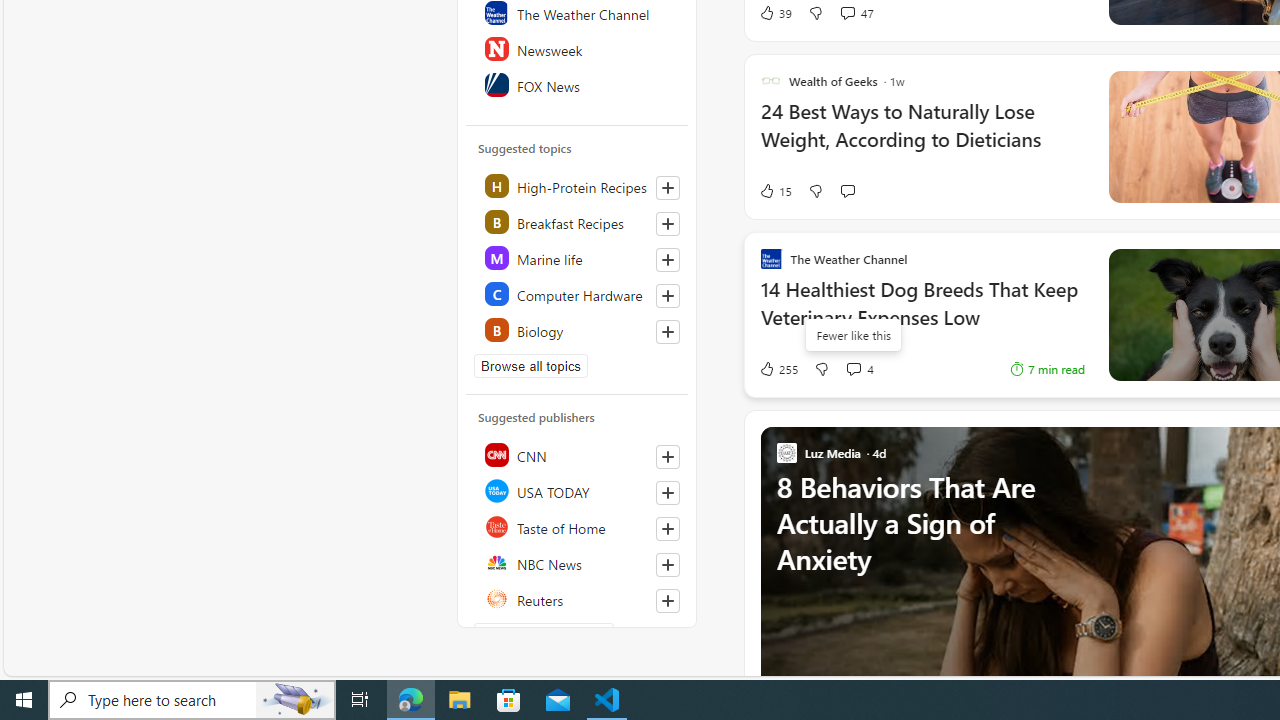  Describe the element at coordinates (667, 330) in the screenshot. I see `'Follow this topic'` at that location.